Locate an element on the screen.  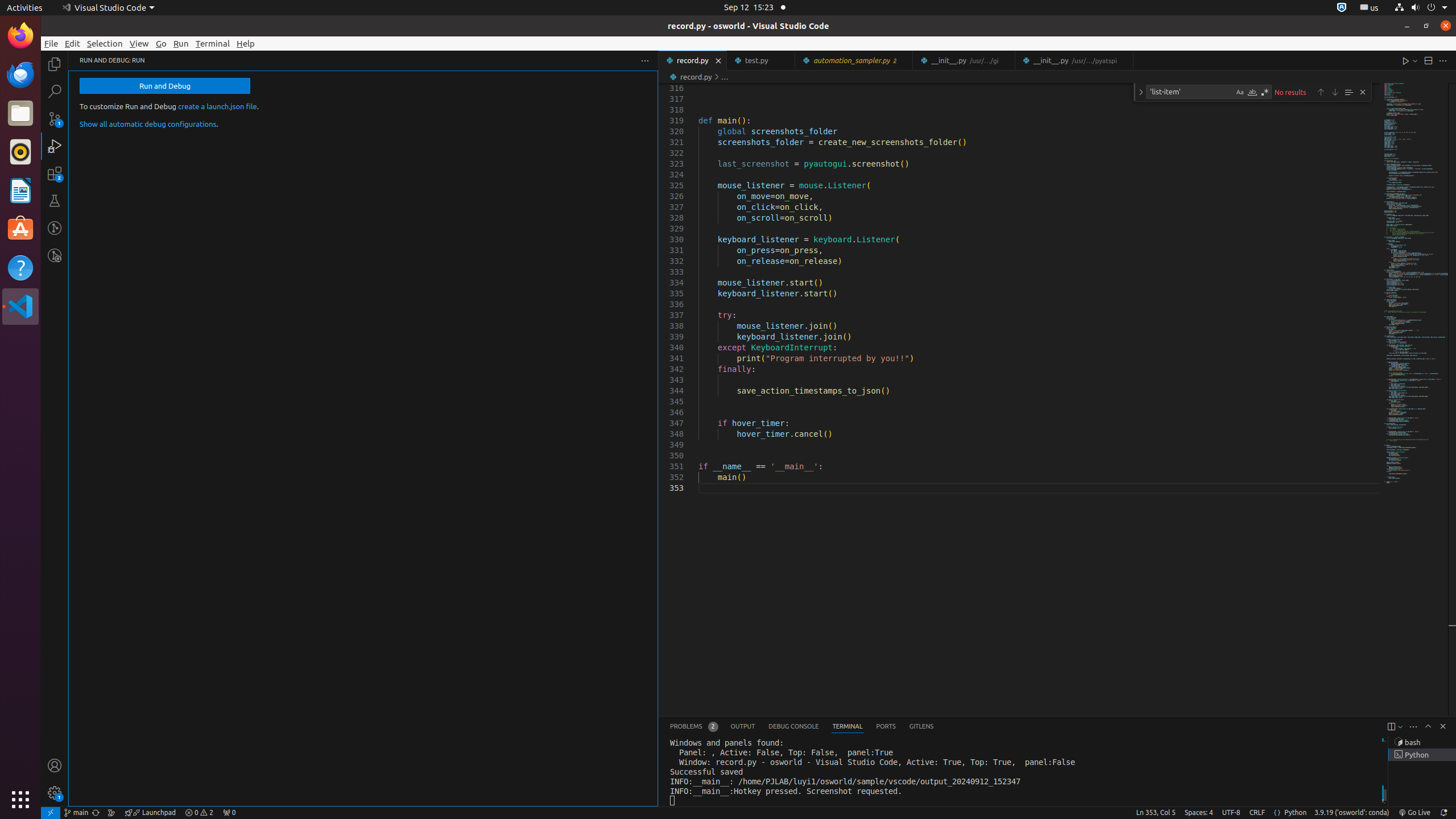
'Selection' is located at coordinates (104, 43).